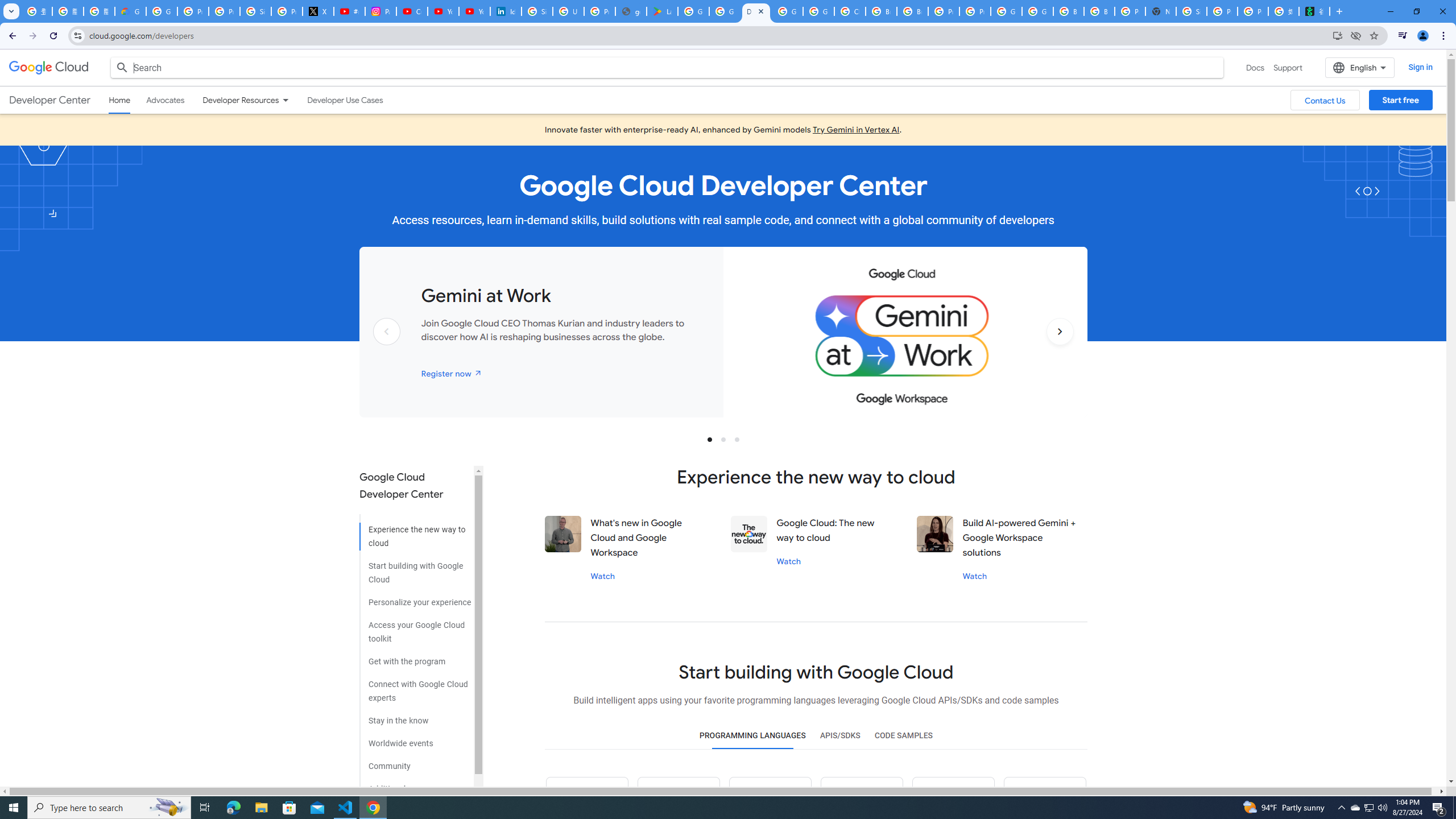 This screenshot has width=1456, height=819. What do you see at coordinates (1337, 35) in the screenshot?
I see `'Install Google Cloud'` at bounding box center [1337, 35].